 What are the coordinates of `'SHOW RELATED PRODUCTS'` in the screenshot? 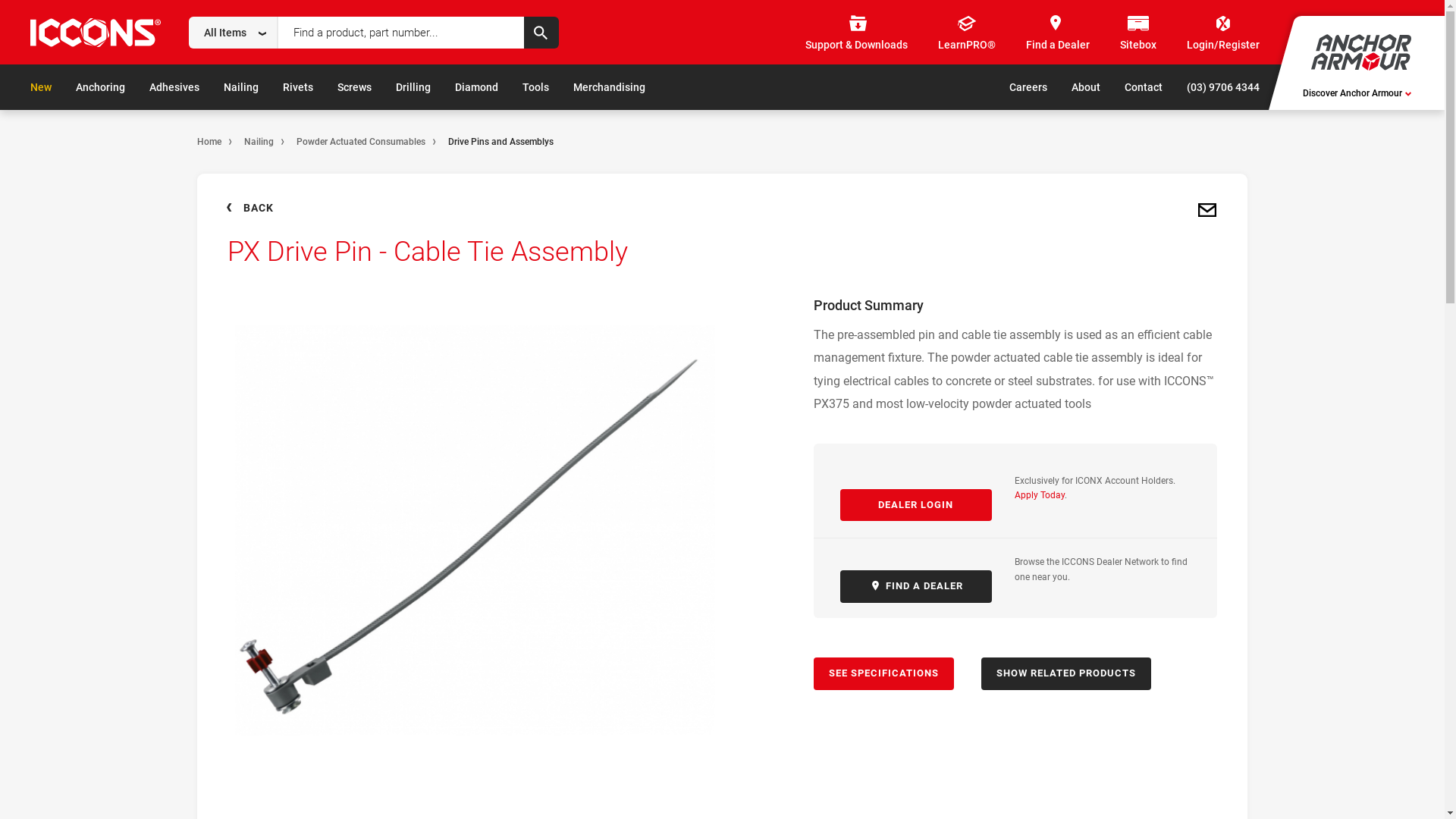 It's located at (981, 673).